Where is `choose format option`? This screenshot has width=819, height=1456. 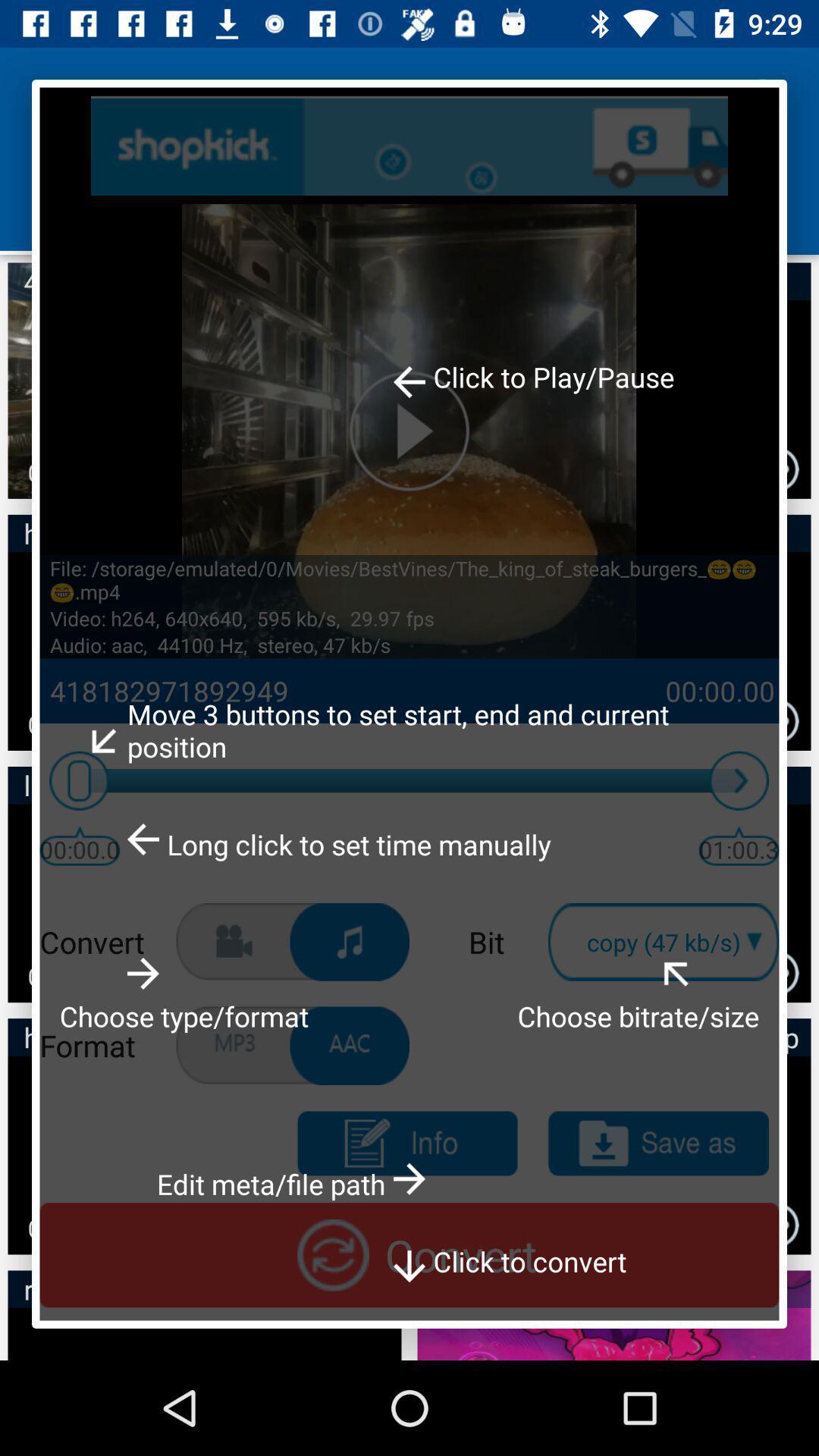
choose format option is located at coordinates (350, 941).